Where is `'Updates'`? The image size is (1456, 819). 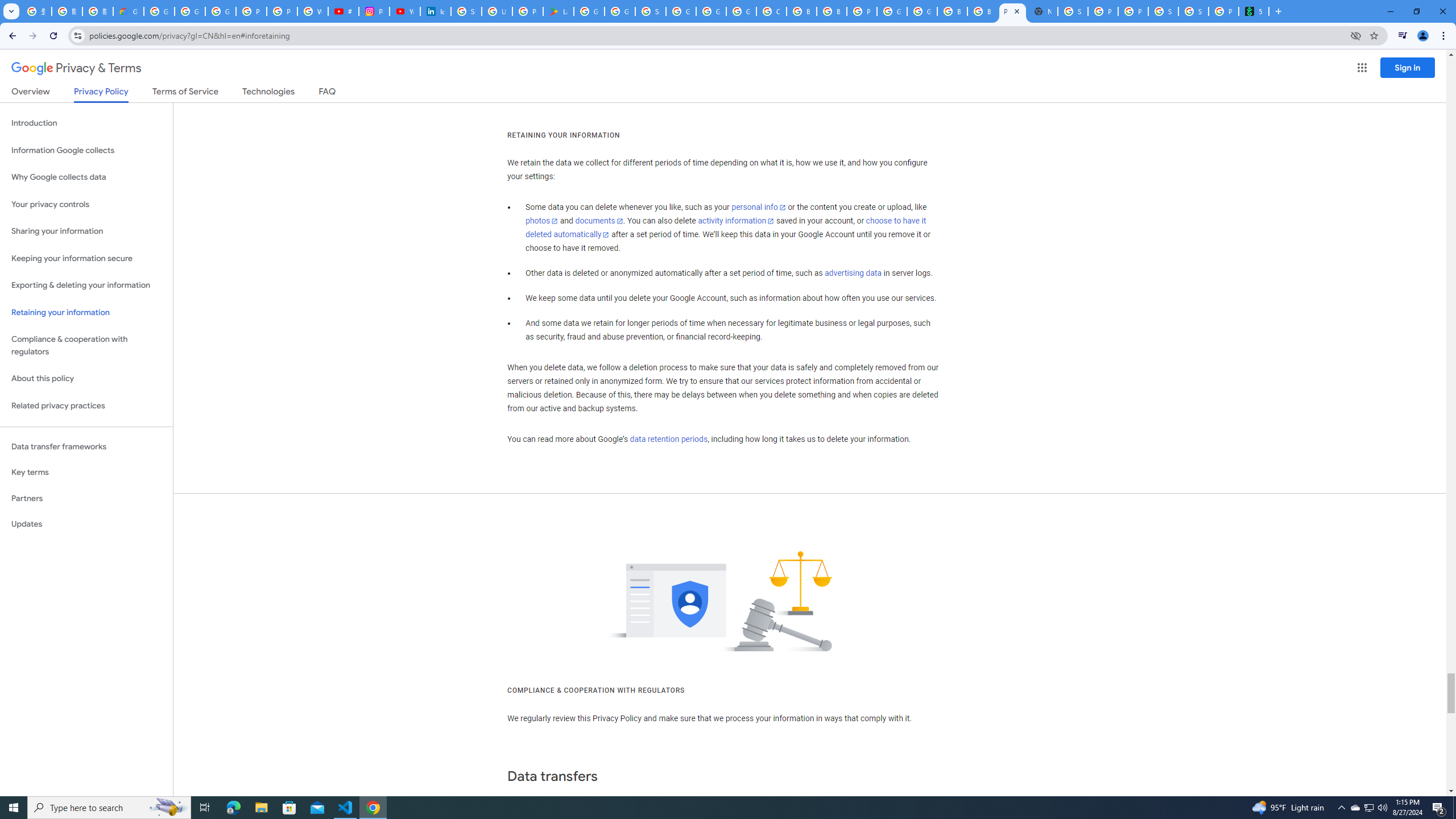 'Updates' is located at coordinates (86, 523).